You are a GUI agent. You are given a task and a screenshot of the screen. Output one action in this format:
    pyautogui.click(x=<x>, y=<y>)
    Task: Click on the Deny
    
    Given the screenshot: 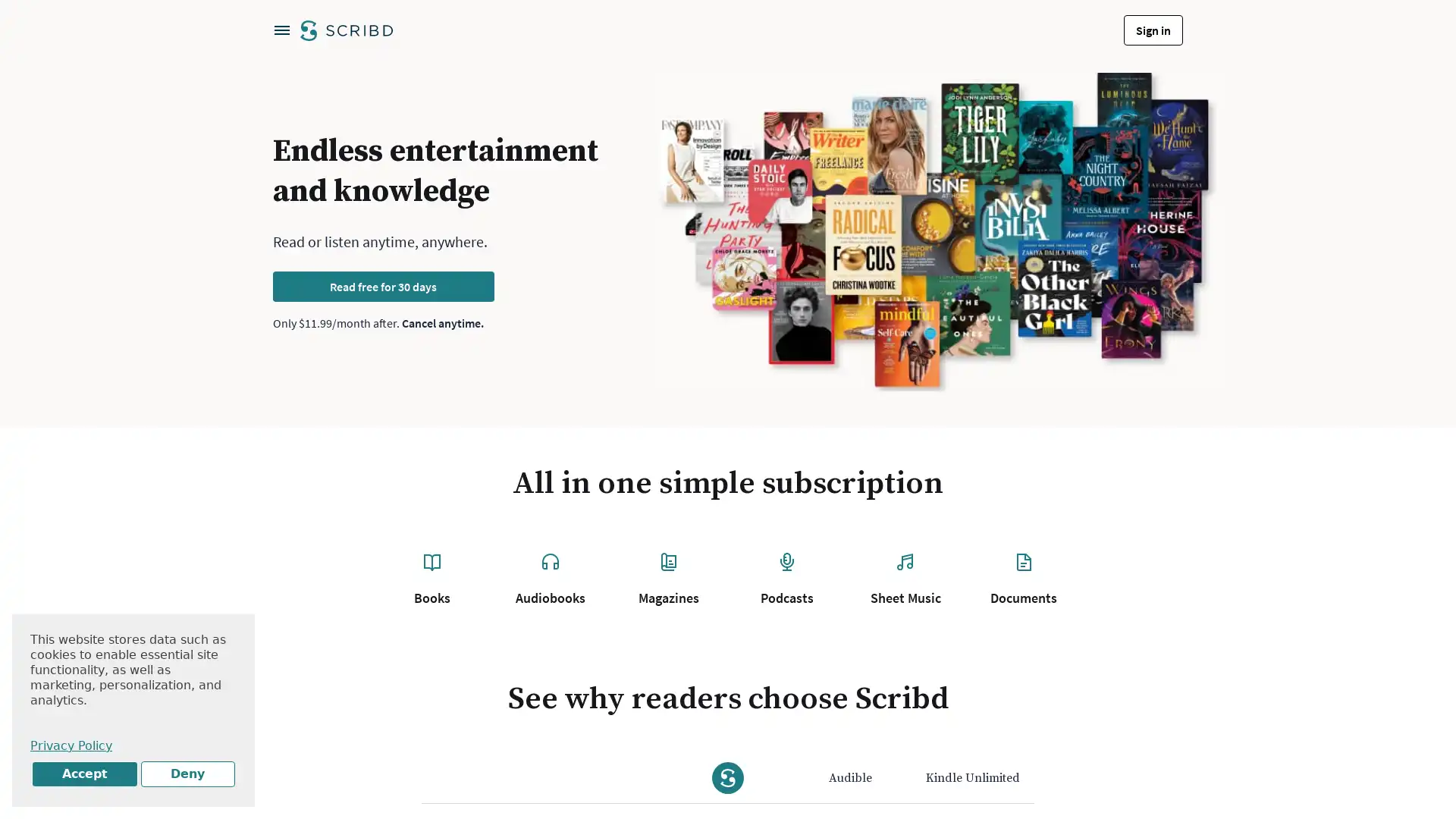 What is the action you would take?
    pyautogui.click(x=187, y=774)
    